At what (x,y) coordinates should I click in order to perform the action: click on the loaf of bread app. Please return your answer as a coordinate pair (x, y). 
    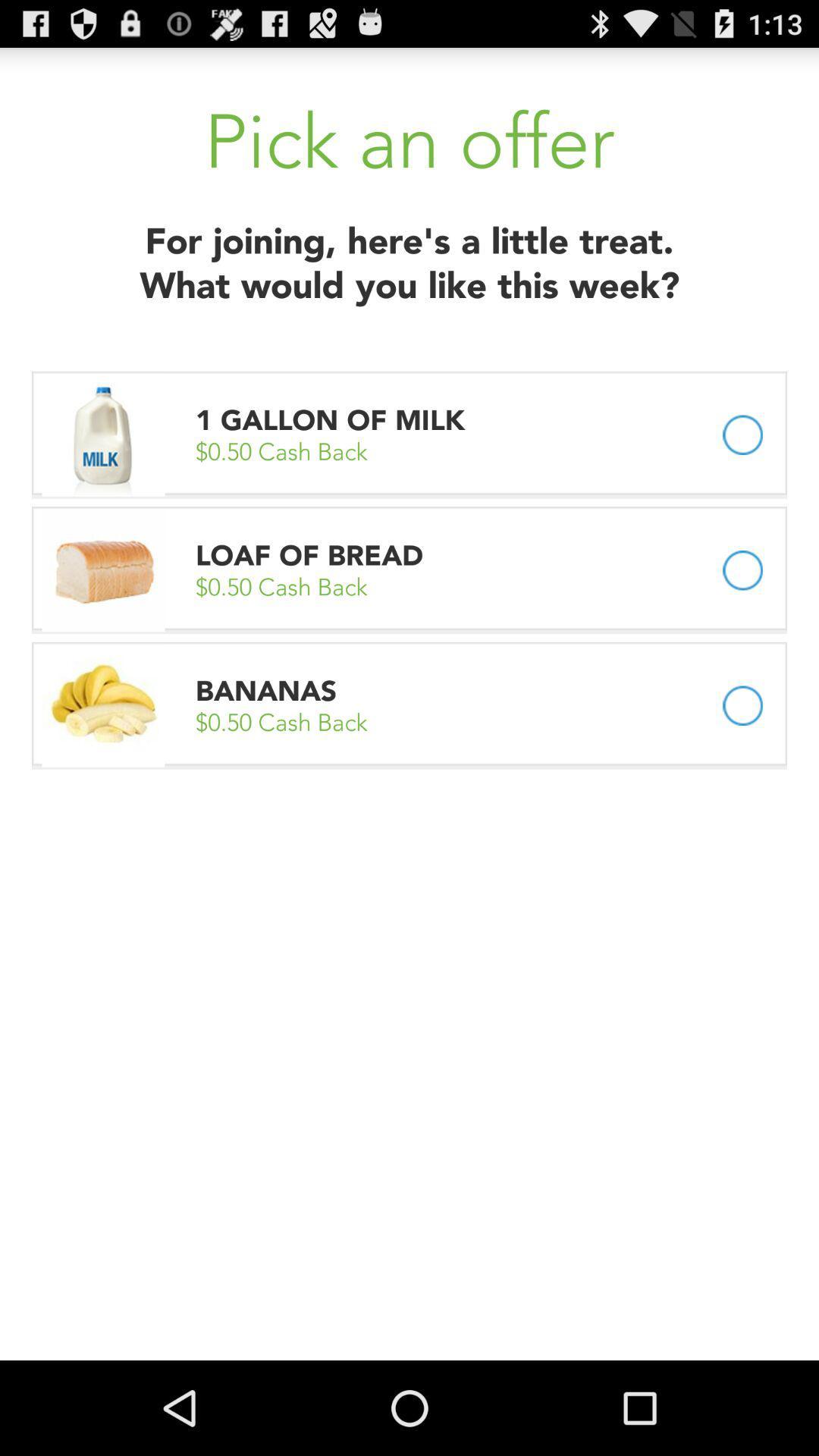
    Looking at the image, I should click on (309, 554).